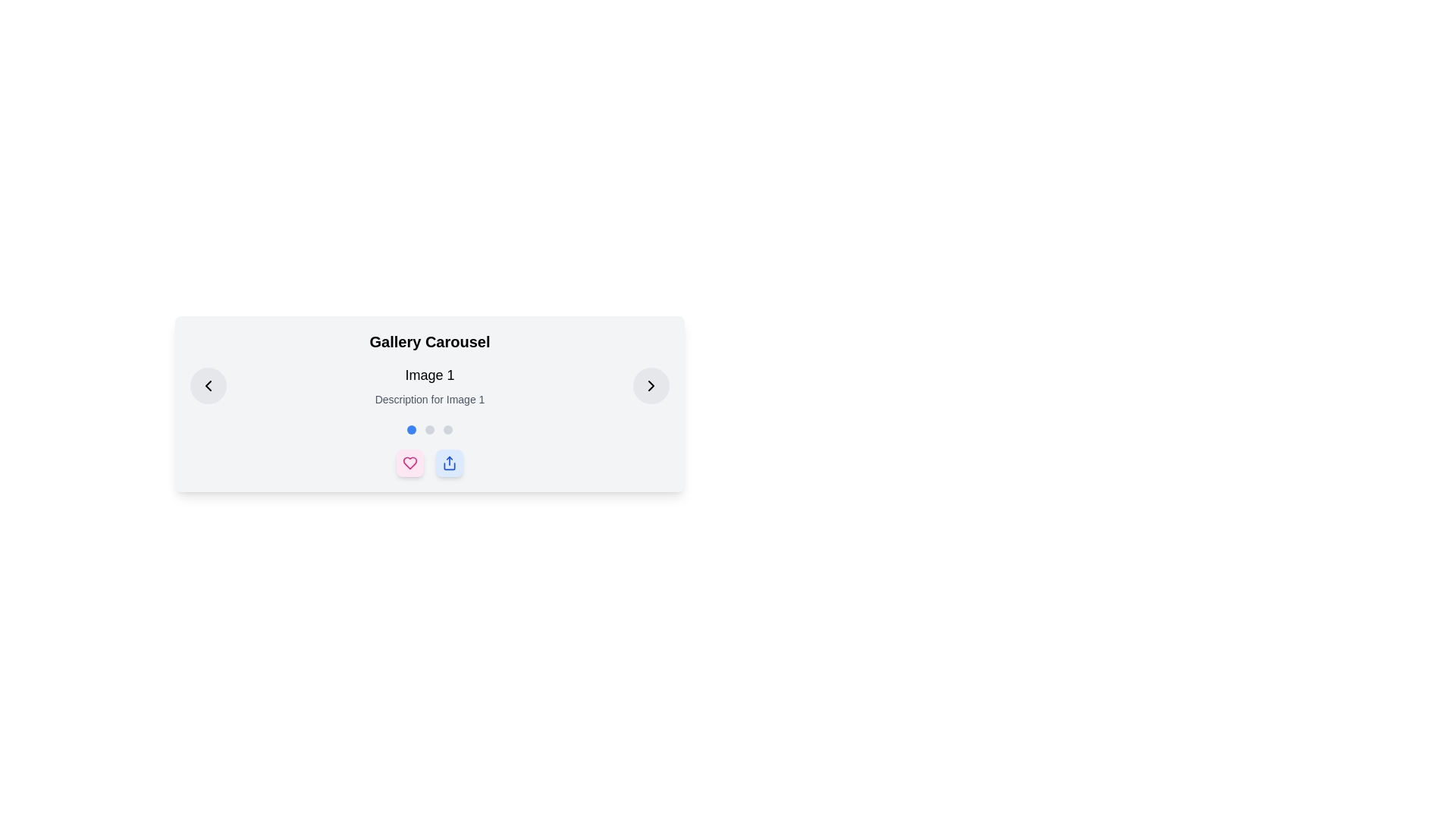  Describe the element at coordinates (651, 385) in the screenshot. I see `the right-side navigation button to advance to the next item in the carousel` at that location.